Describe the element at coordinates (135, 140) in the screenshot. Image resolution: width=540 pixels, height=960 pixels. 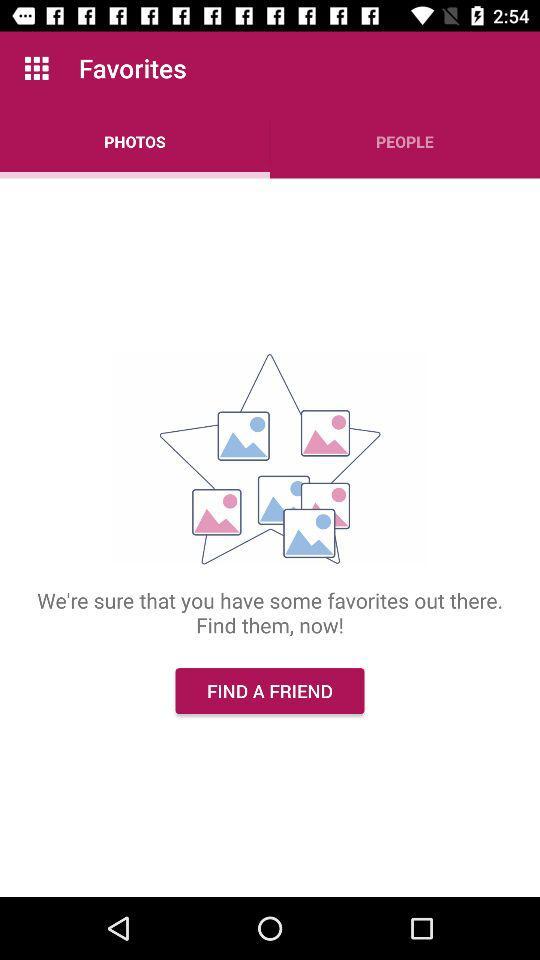
I see `item next to the people app` at that location.